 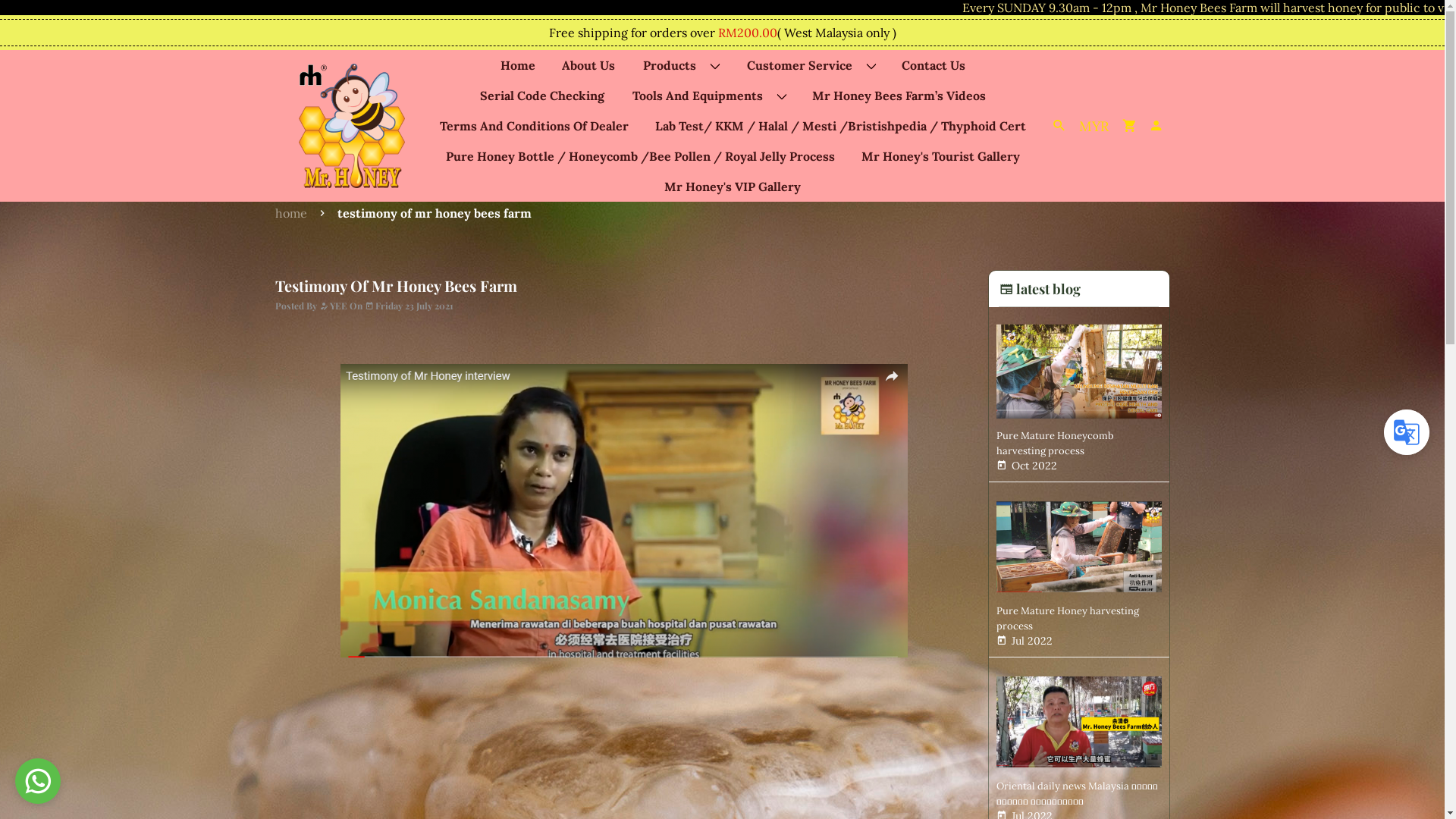 What do you see at coordinates (839, 124) in the screenshot?
I see `'Lab Test/ KKM / Halal / Mesti /Bristishpedia / Thyphoid Cert'` at bounding box center [839, 124].